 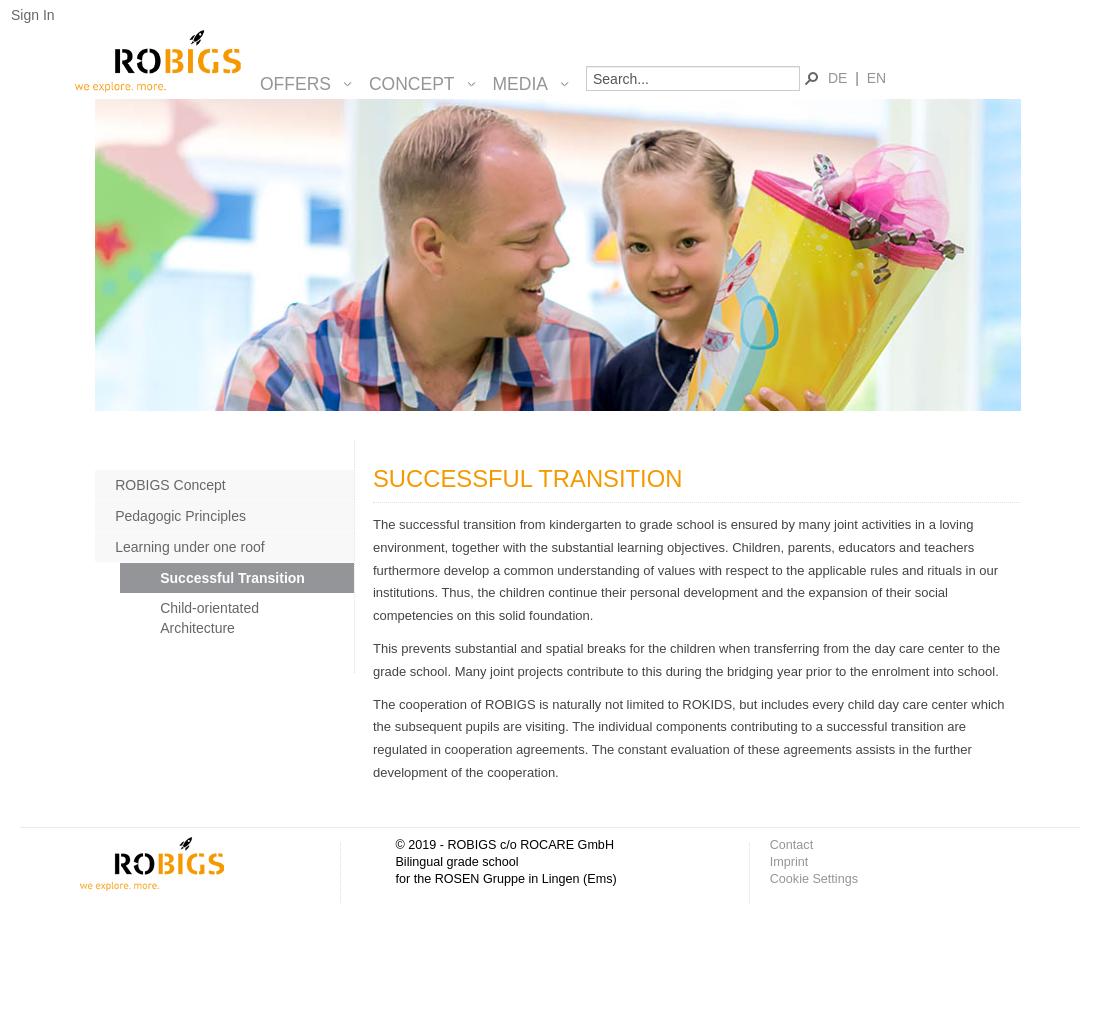 What do you see at coordinates (504, 843) in the screenshot?
I see `'© 2019 - ROBIGS c/o ROCARE GmbH'` at bounding box center [504, 843].